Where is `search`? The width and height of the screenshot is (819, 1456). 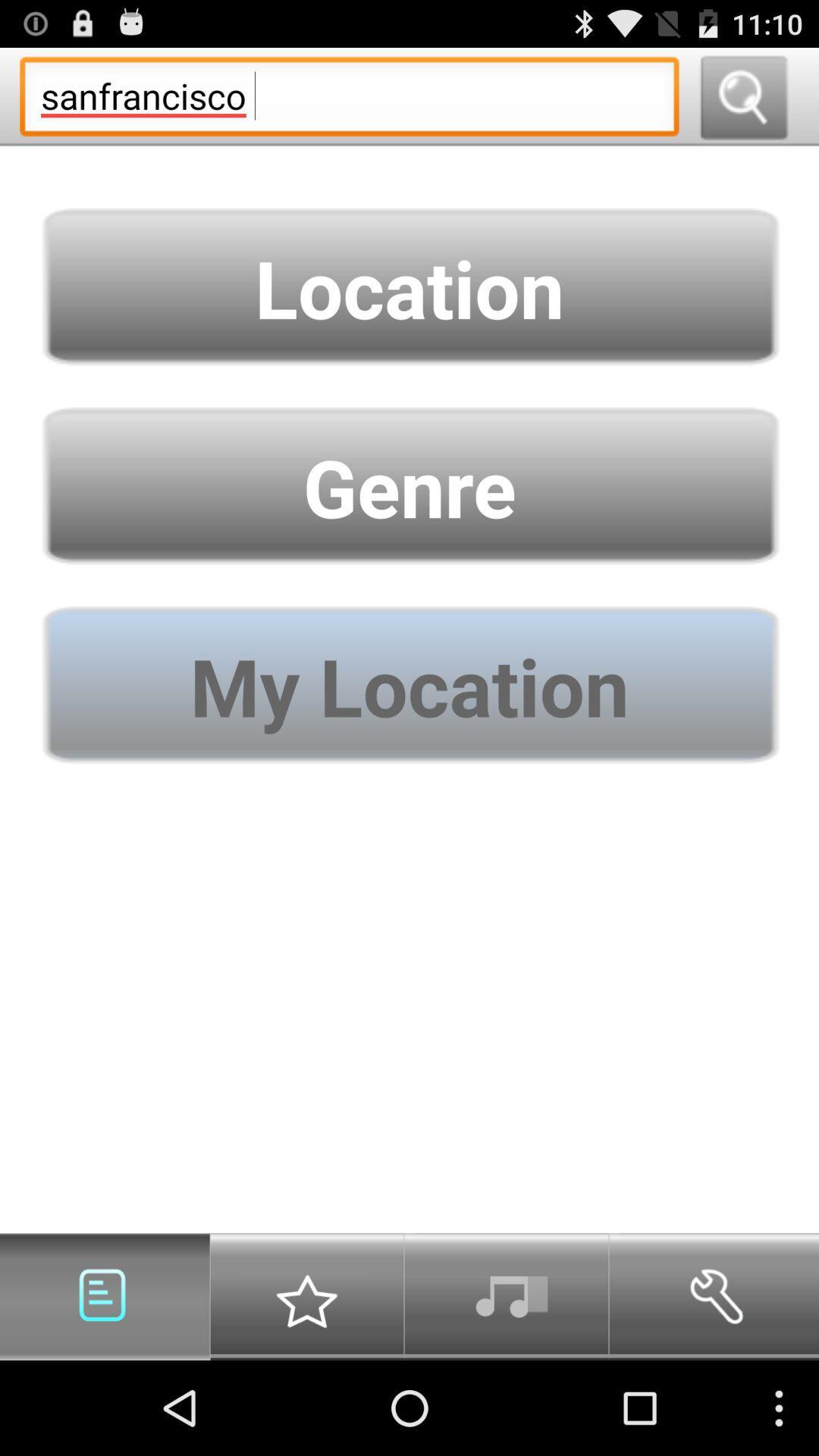
search is located at coordinates (742, 96).